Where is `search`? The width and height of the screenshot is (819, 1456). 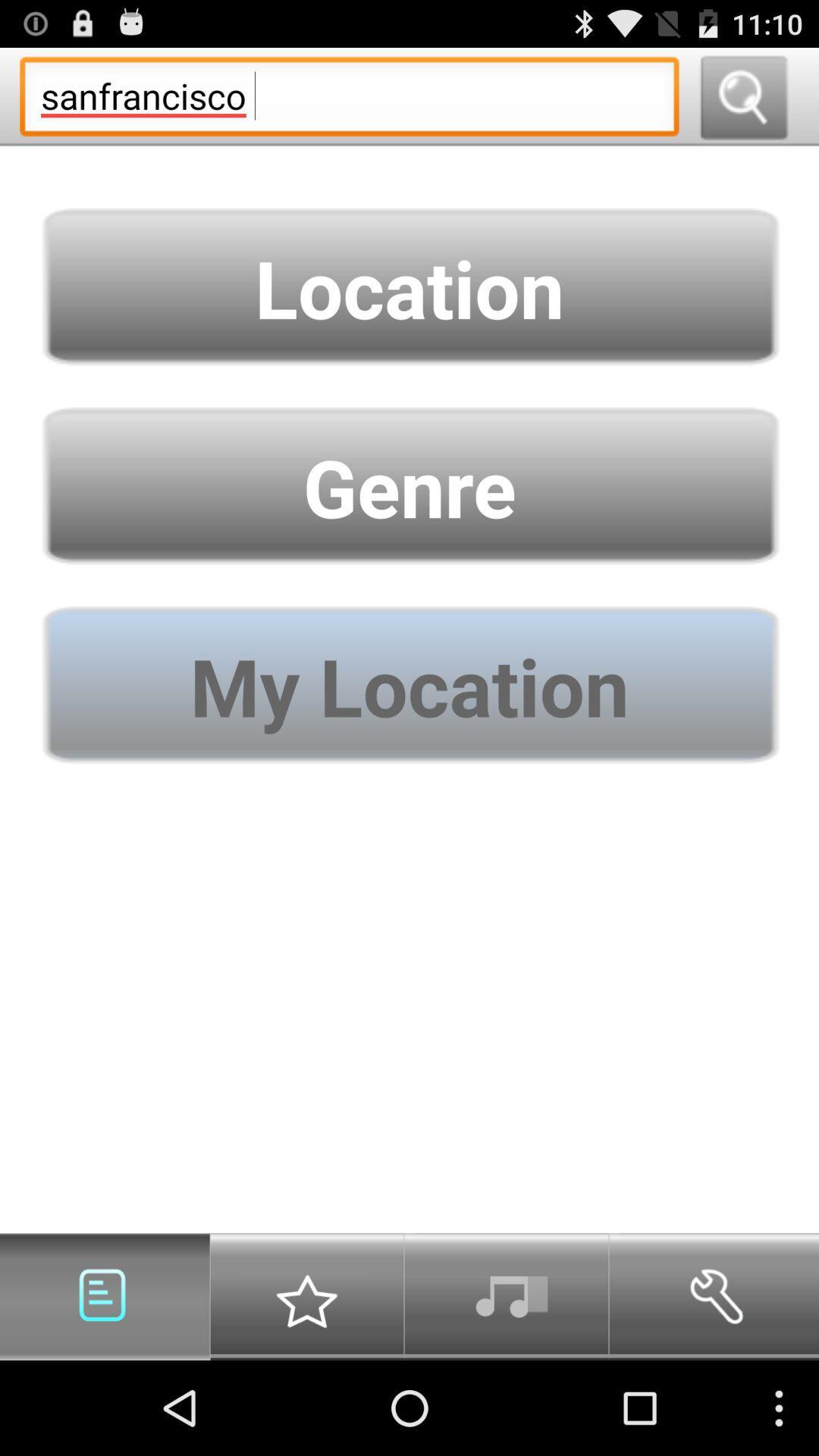
search is located at coordinates (742, 96).